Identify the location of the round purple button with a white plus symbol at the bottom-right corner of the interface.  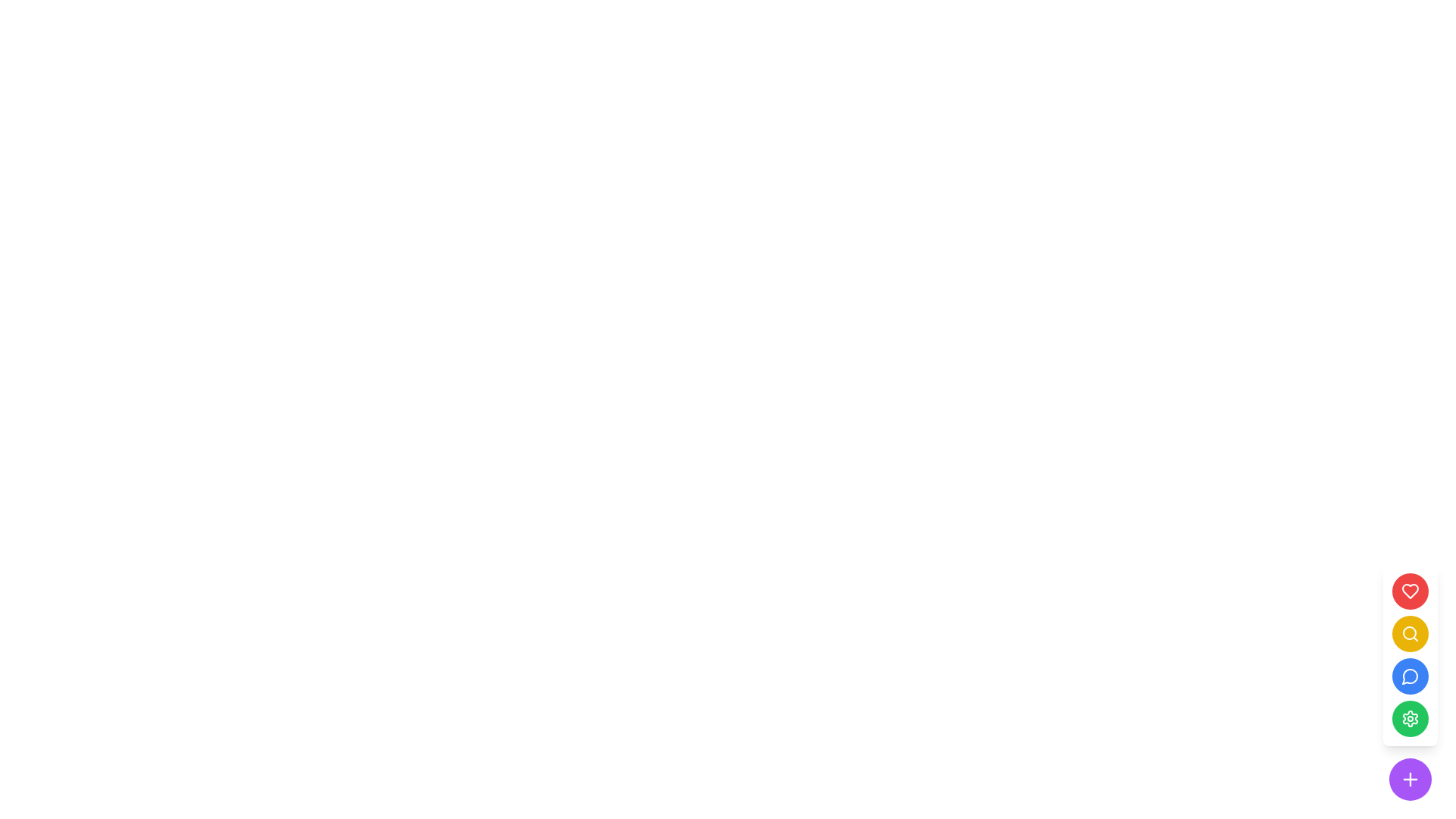
(1410, 780).